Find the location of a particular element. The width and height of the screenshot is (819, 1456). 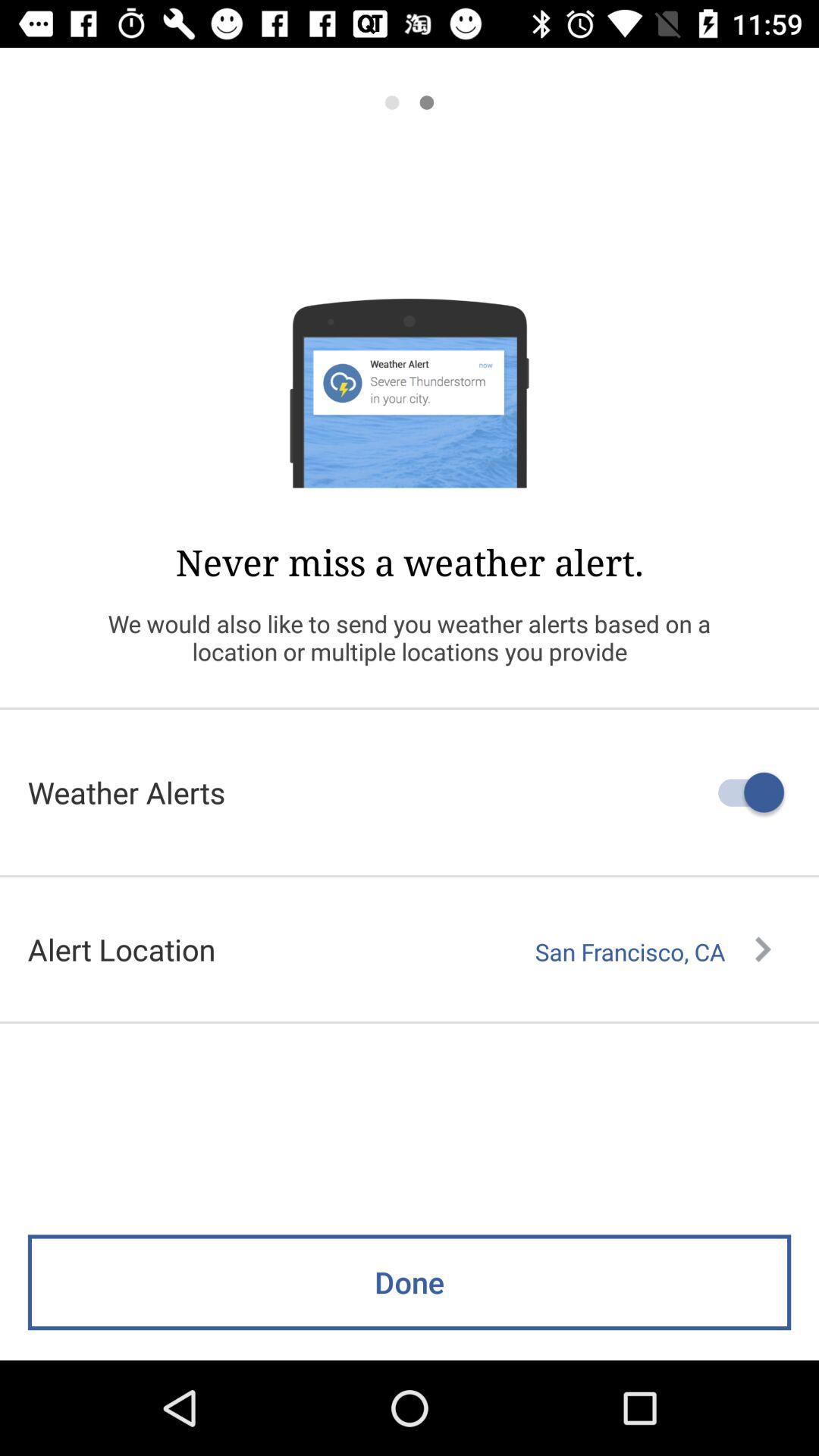

the san francisco, ca is located at coordinates (652, 951).